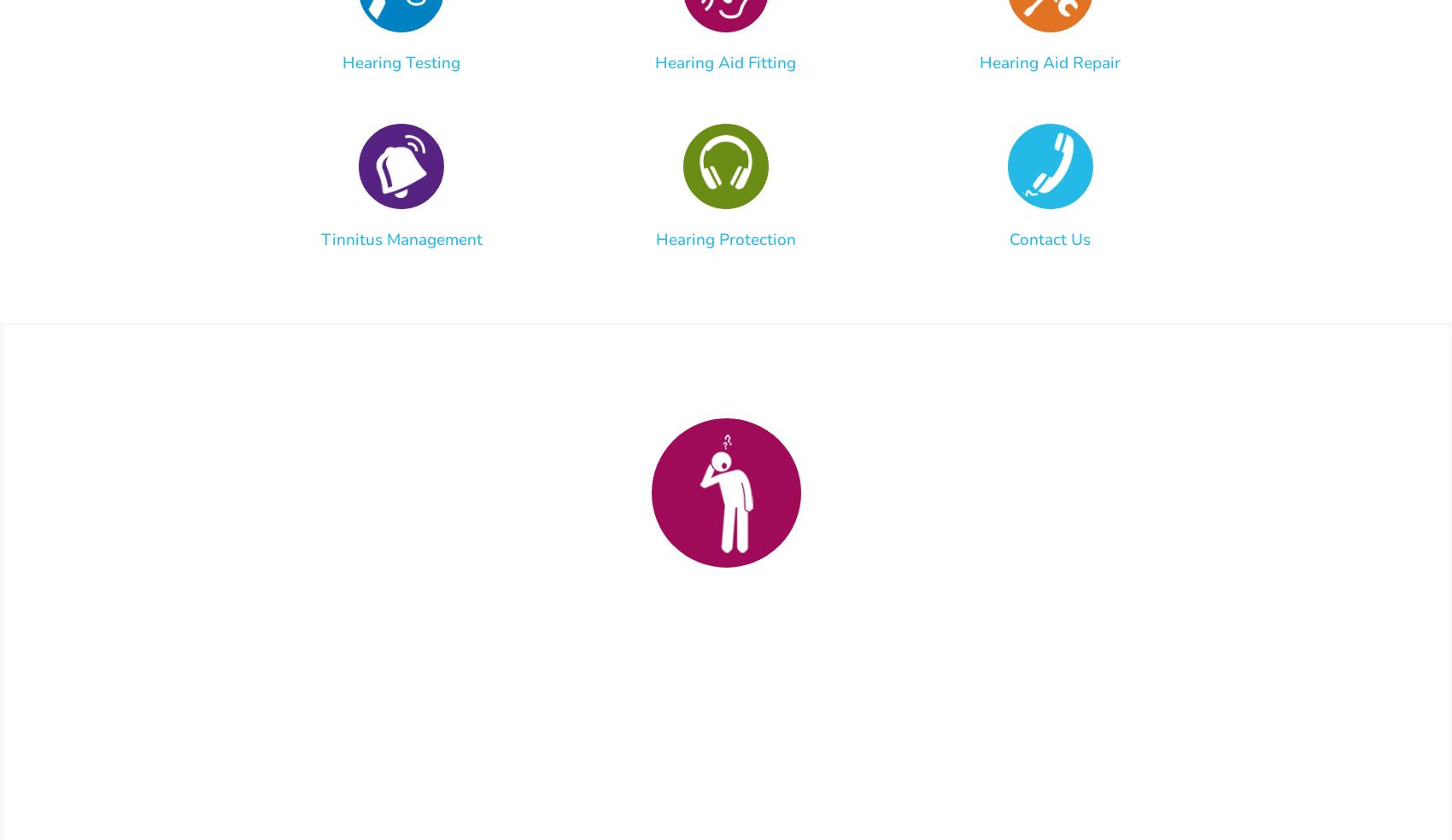  Describe the element at coordinates (722, 695) in the screenshot. I see `'Hearing loss is the third most common physical health problem'` at that location.